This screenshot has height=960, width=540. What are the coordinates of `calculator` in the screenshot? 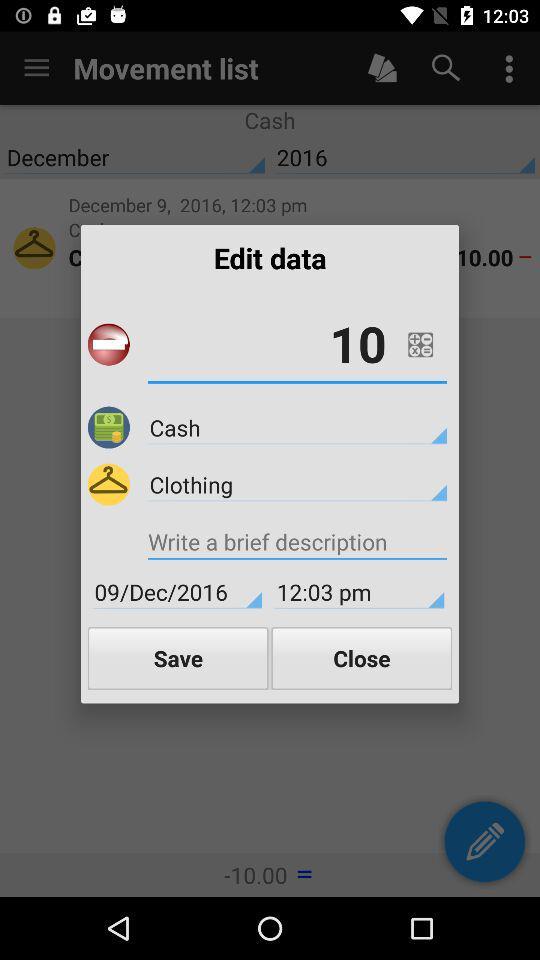 It's located at (419, 344).